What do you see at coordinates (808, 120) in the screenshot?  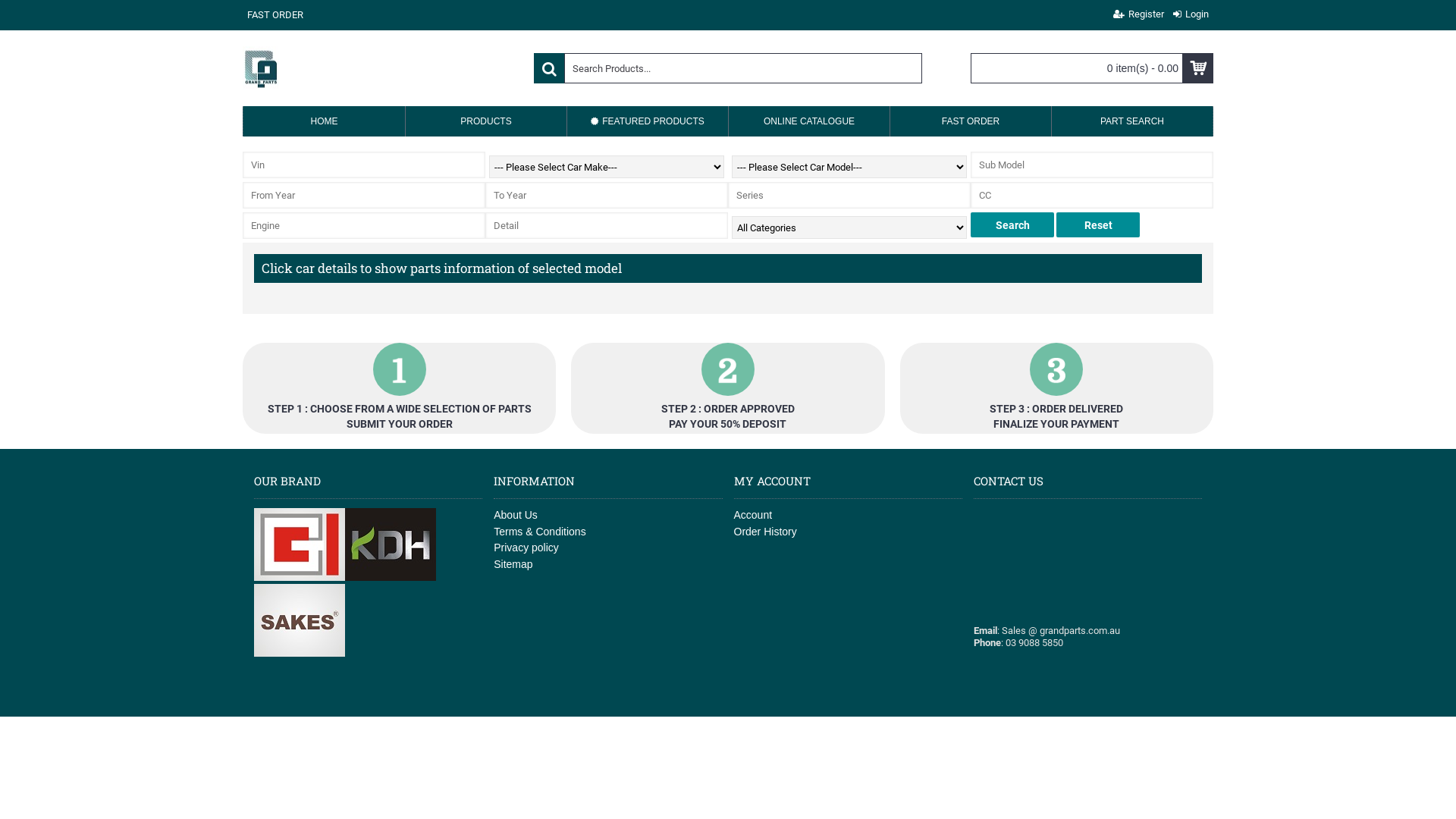 I see `'ONLINE CATALOGUE'` at bounding box center [808, 120].